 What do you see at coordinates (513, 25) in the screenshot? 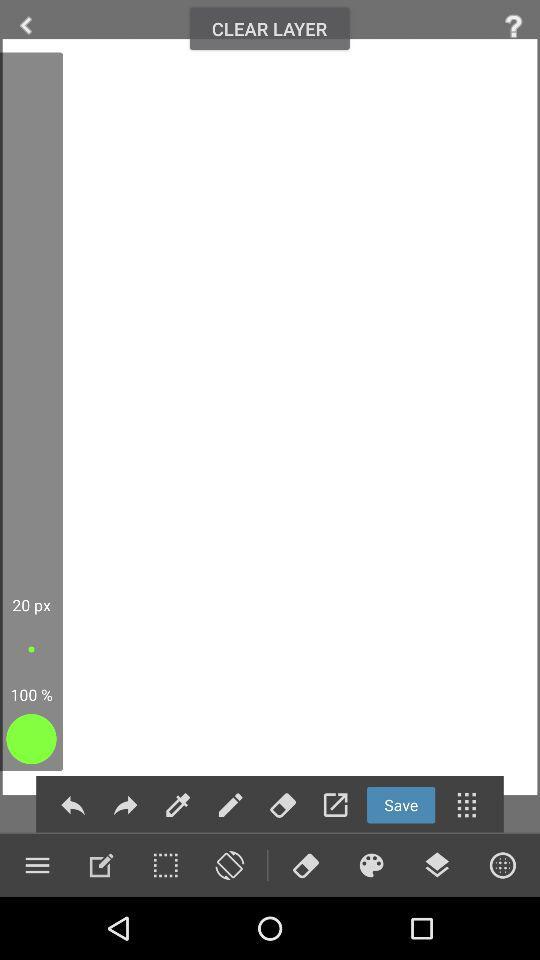
I see `more information` at bounding box center [513, 25].